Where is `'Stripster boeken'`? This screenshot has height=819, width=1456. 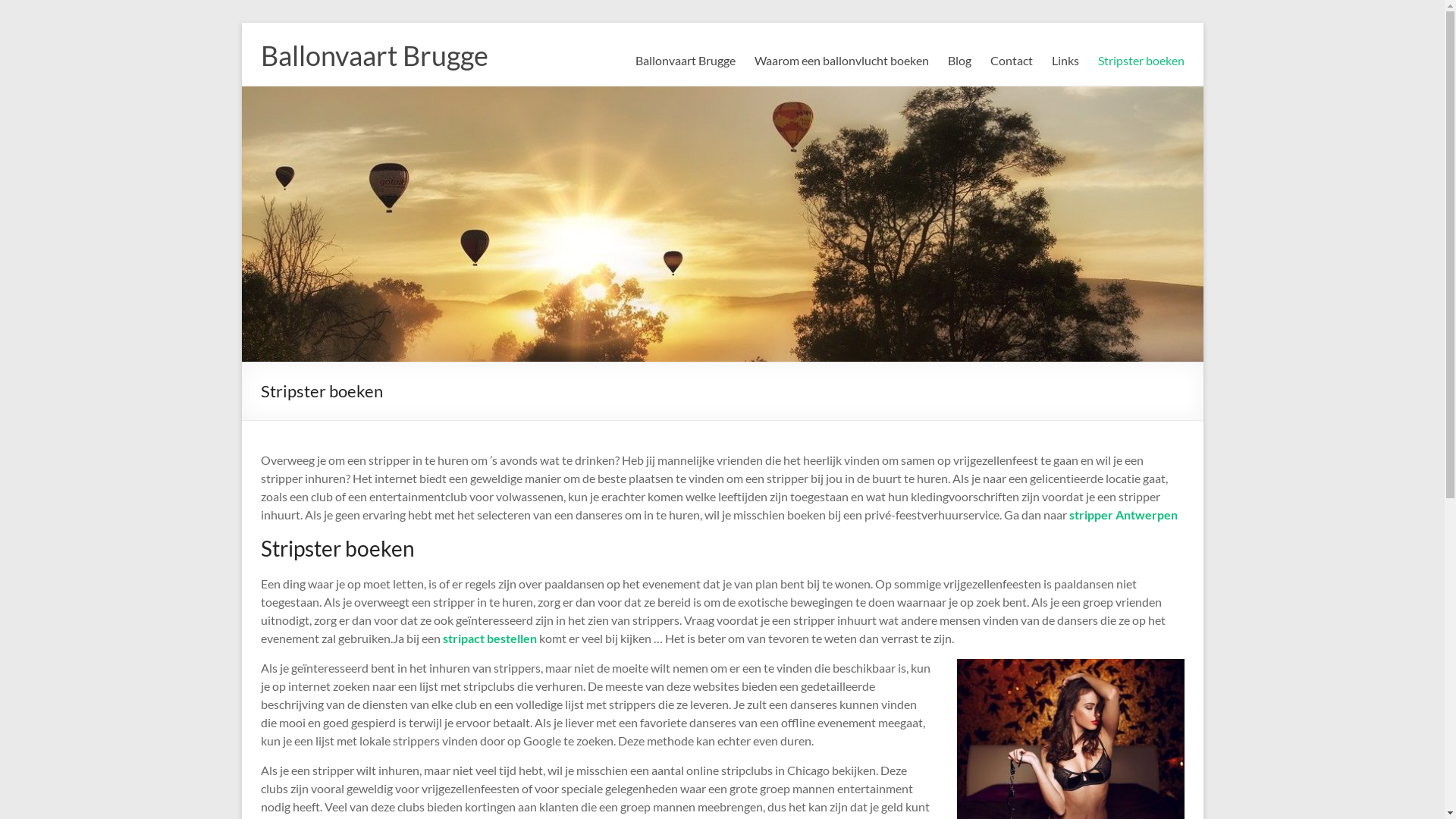
'Stripster boeken' is located at coordinates (1098, 60).